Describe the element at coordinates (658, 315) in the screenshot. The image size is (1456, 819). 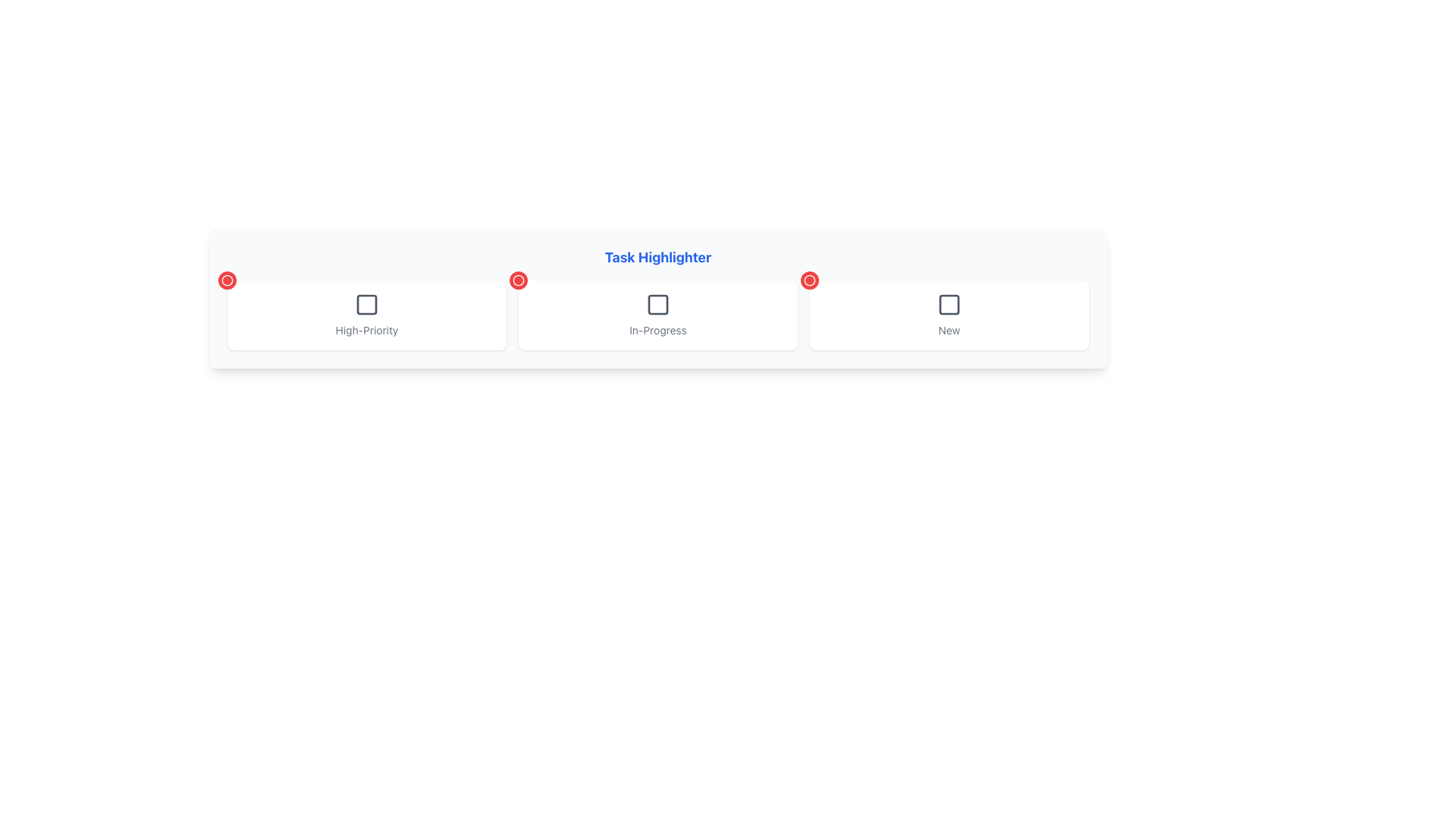
I see `the center of the 'In-Progress' panel, which is a rectangular card with a white background, rounded corners, and a gray square icon` at that location.